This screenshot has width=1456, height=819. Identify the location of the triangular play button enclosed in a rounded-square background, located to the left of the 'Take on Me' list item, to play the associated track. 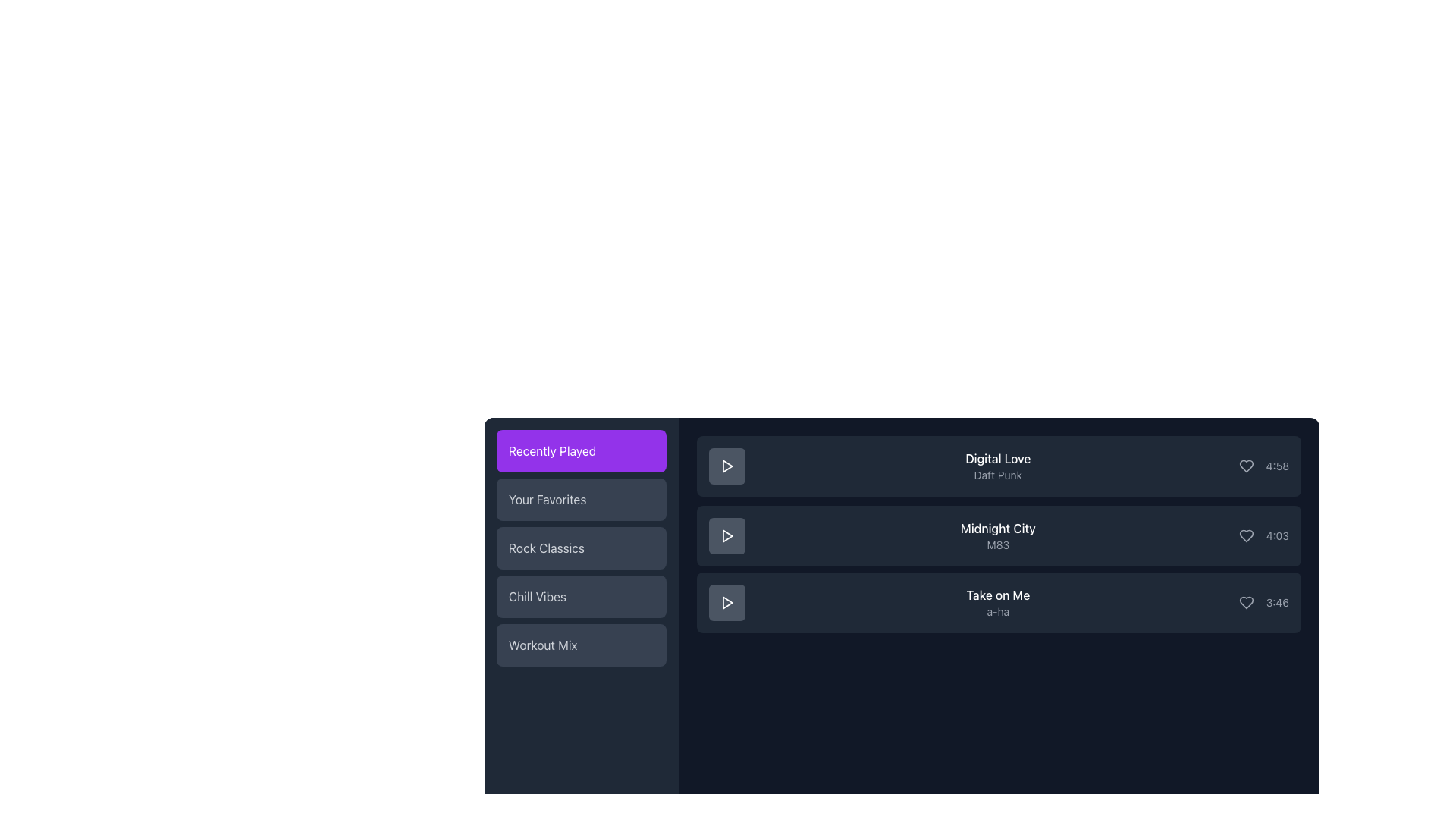
(726, 601).